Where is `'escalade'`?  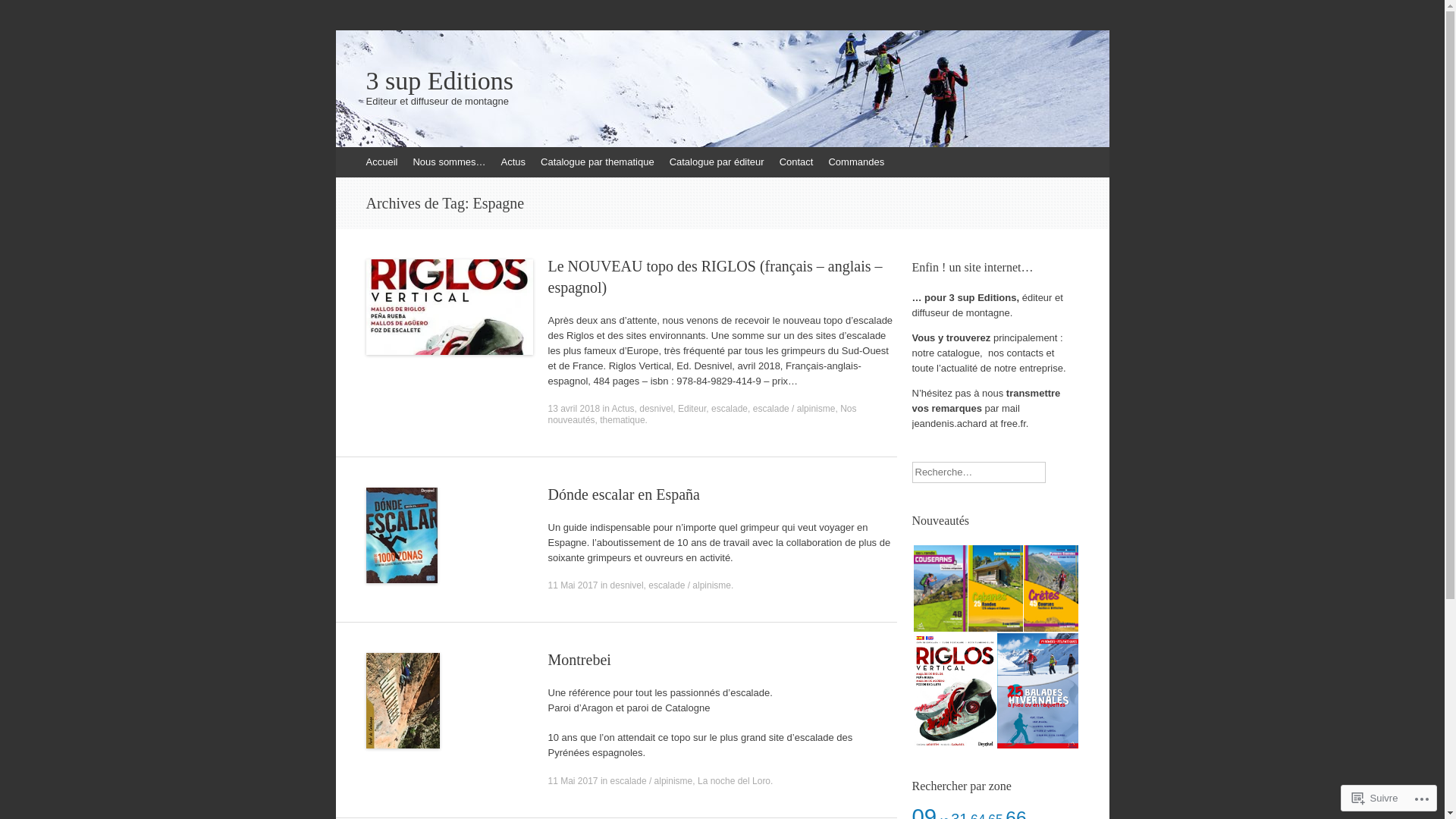 'escalade' is located at coordinates (729, 408).